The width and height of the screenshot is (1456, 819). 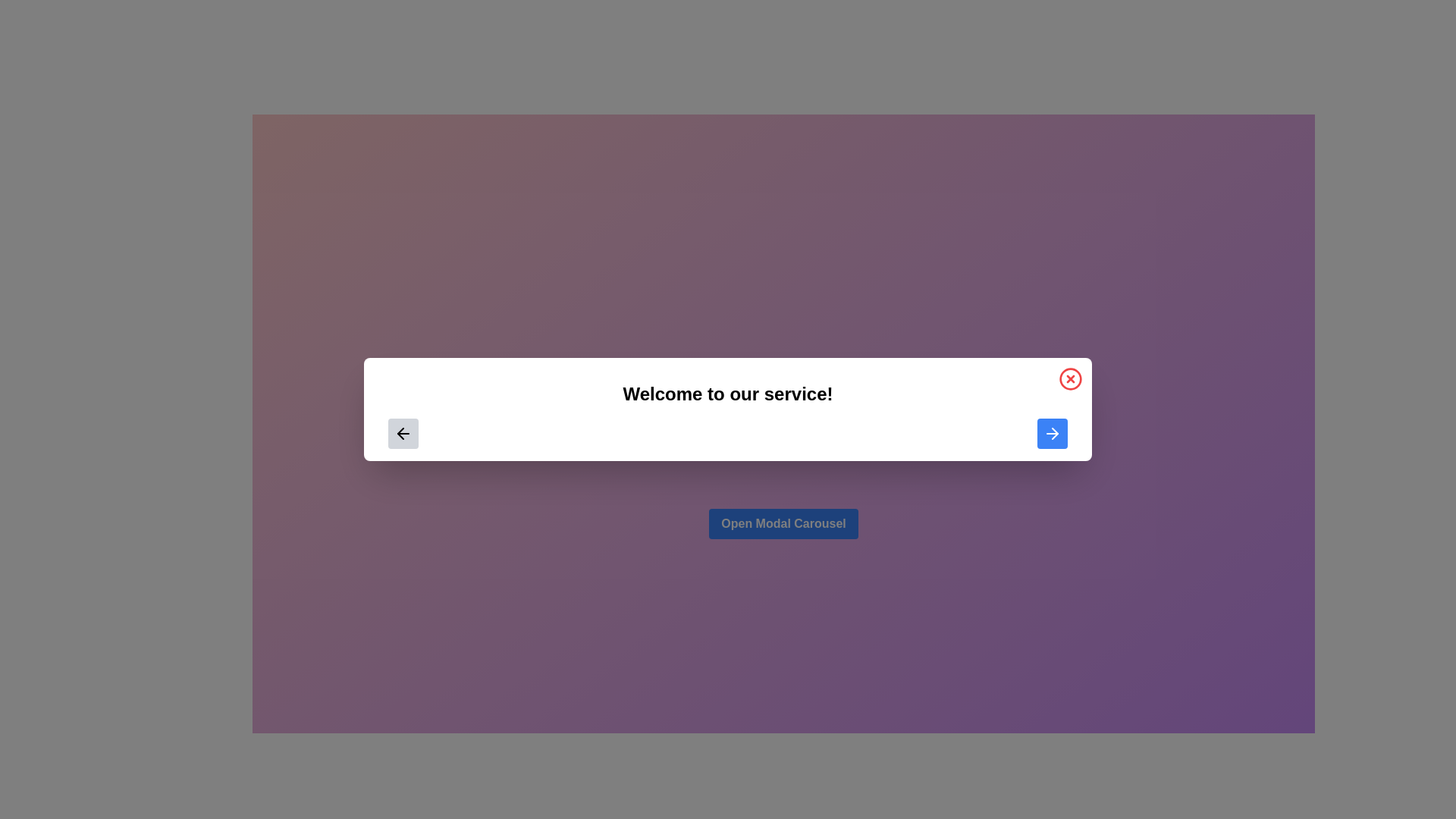 I want to click on the blue button with a white arrow icon located in the modal dialog box, so click(x=1051, y=433).